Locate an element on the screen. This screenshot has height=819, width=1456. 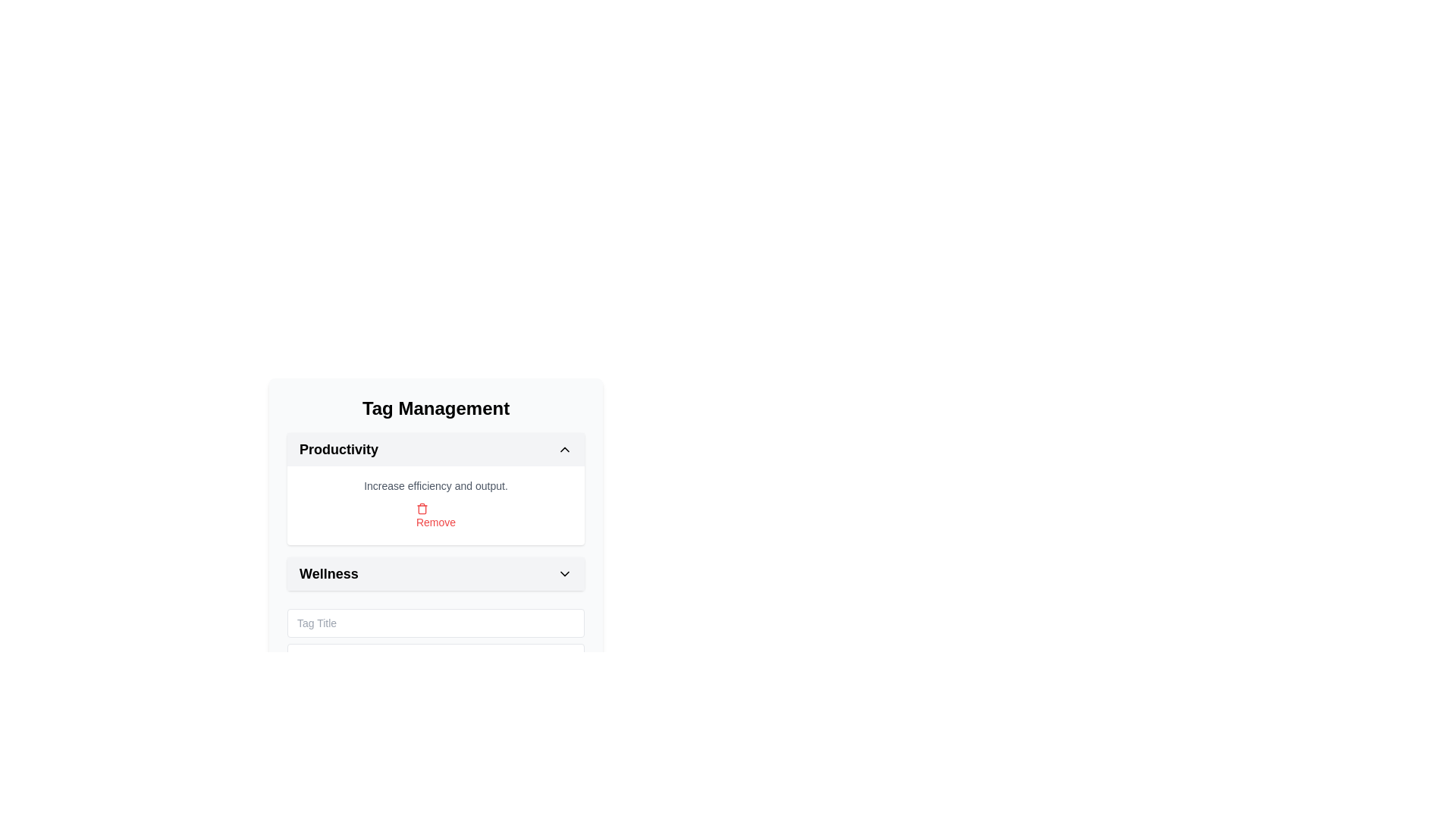
the Chevron Down icon located on the right side of the 'Wellness' row to trigger tooltips or responsive actions is located at coordinates (563, 573).